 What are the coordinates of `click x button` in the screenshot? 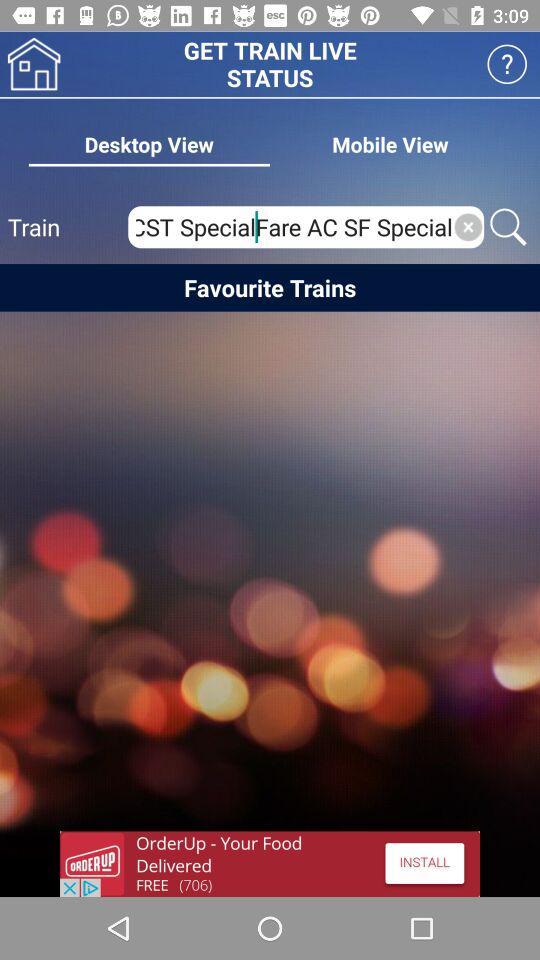 It's located at (468, 227).